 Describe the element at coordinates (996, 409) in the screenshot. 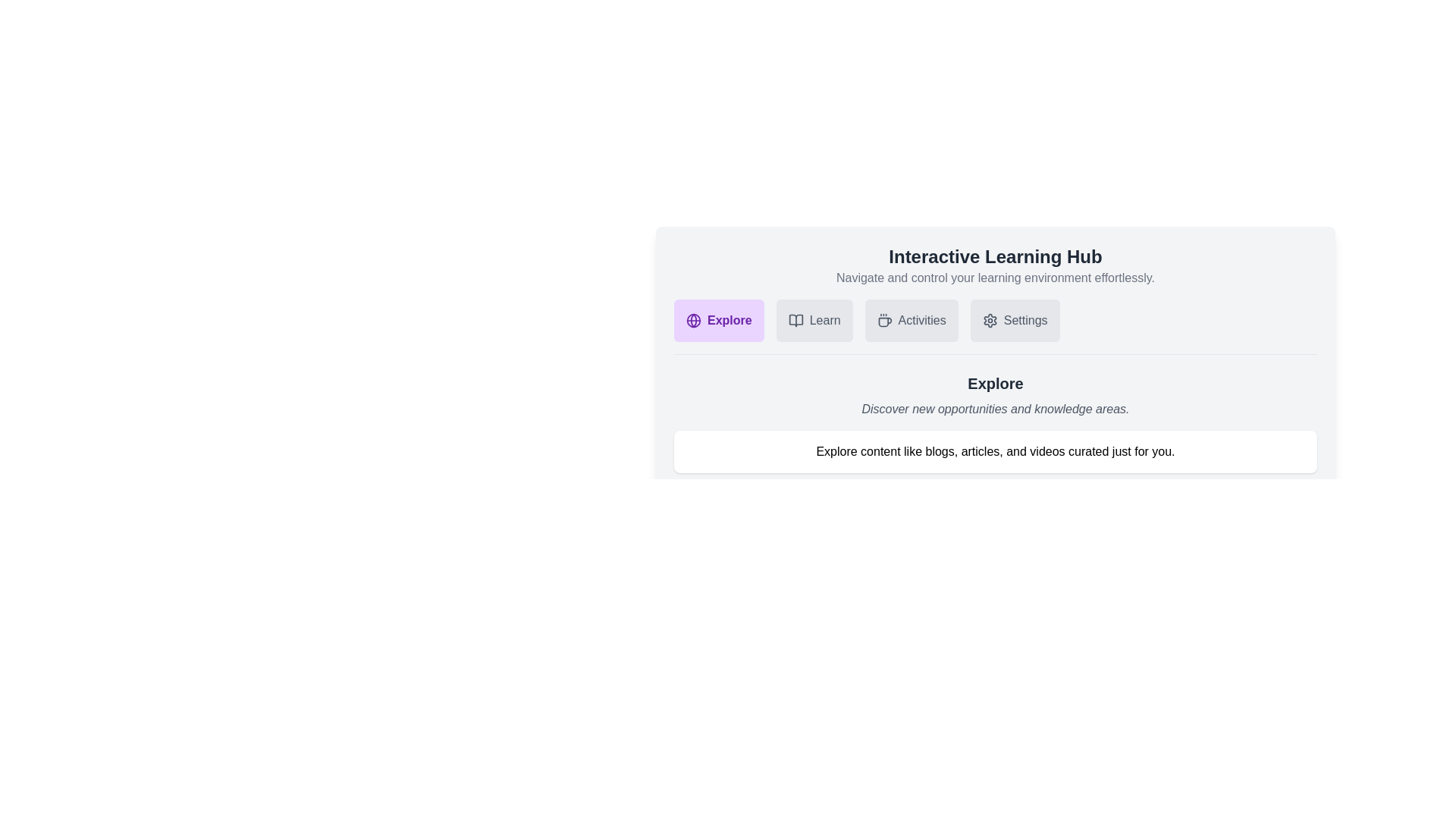

I see `the text block styled with gray italic font that is positioned beneath the heading labeled 'Explore'` at that location.